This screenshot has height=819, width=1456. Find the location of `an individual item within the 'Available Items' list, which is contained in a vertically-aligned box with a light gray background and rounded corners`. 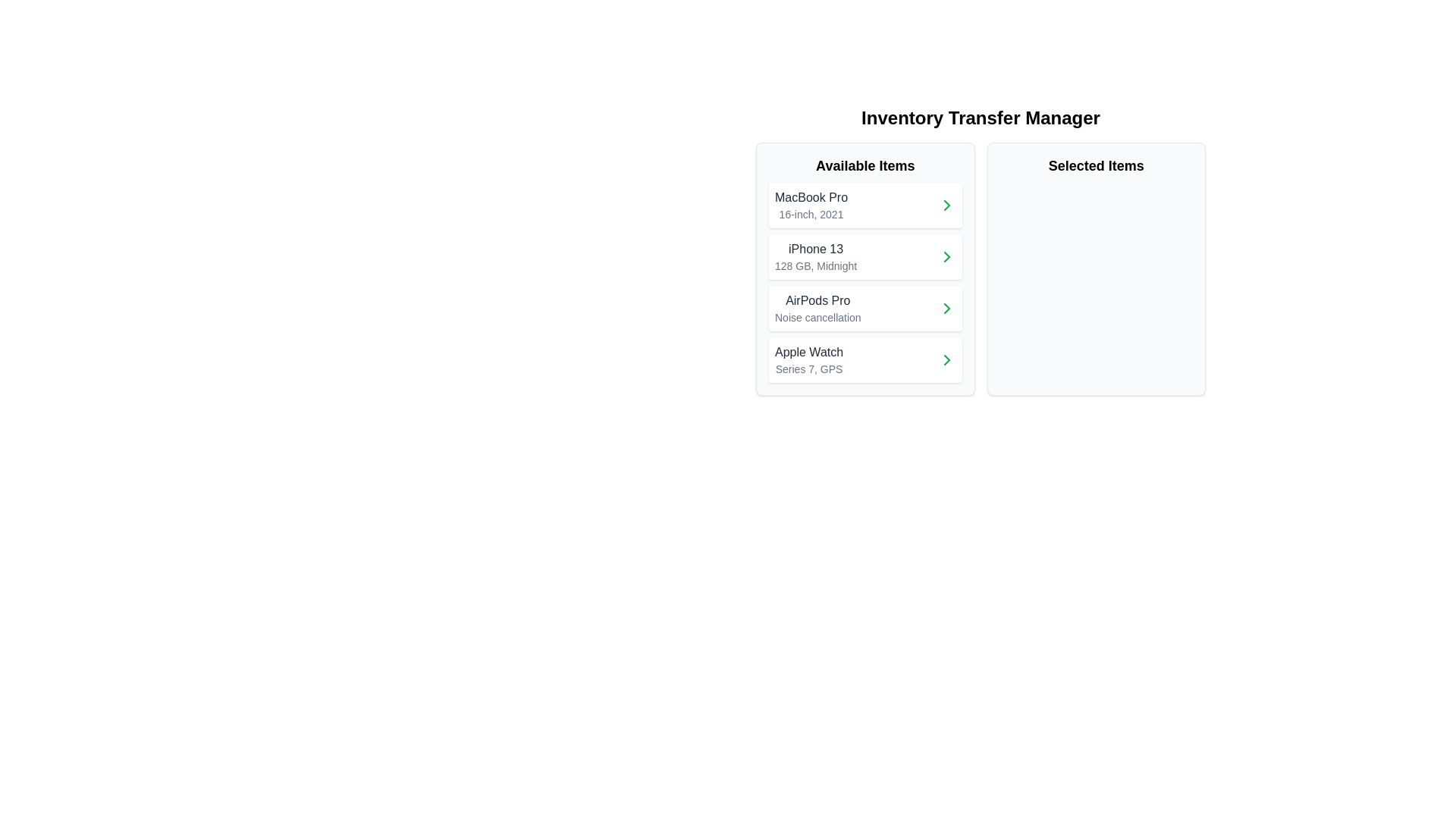

an individual item within the 'Available Items' list, which is contained in a vertically-aligned box with a light gray background and rounded corners is located at coordinates (865, 268).